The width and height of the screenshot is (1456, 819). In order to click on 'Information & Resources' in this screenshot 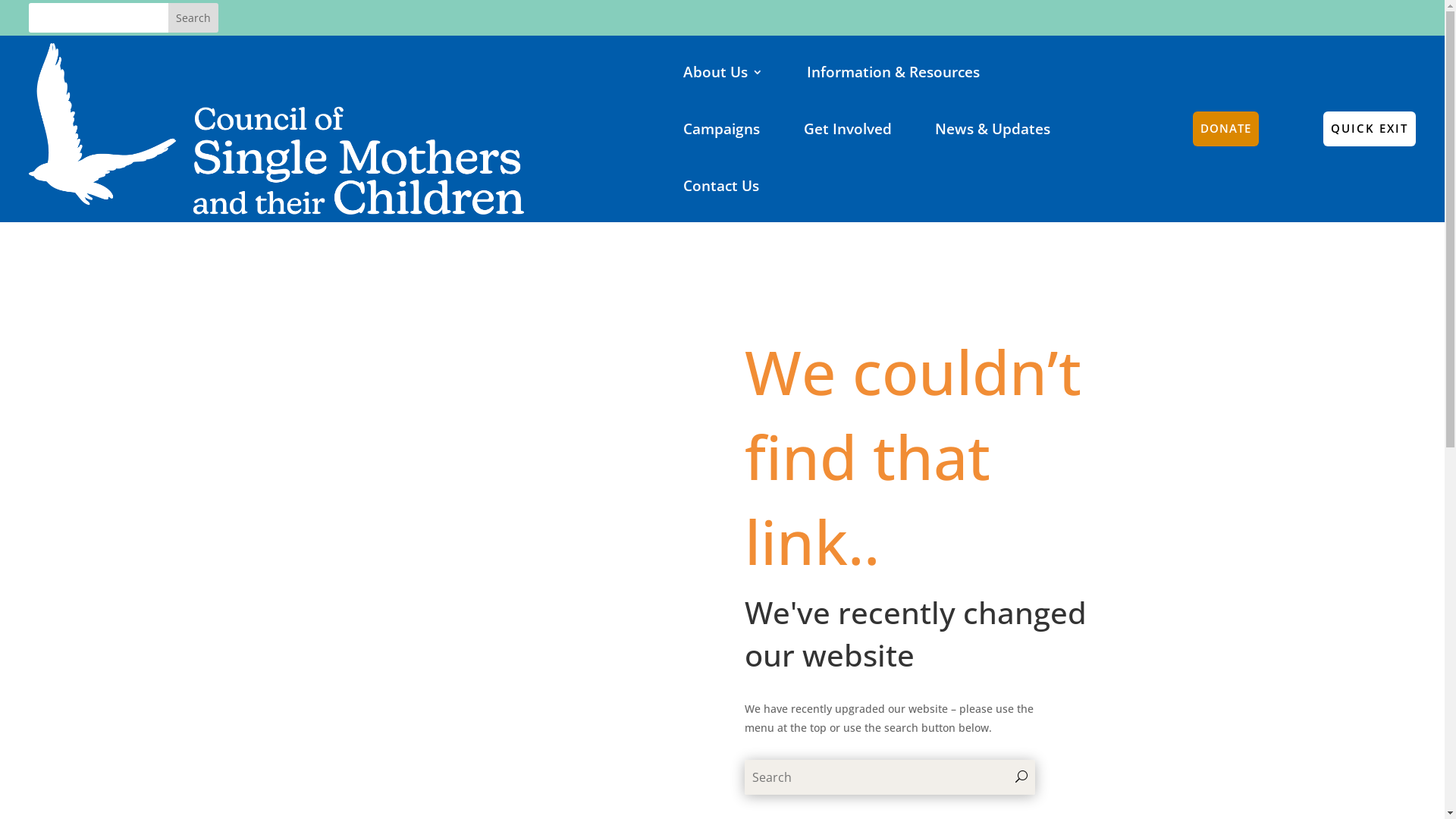, I will do `click(893, 71)`.